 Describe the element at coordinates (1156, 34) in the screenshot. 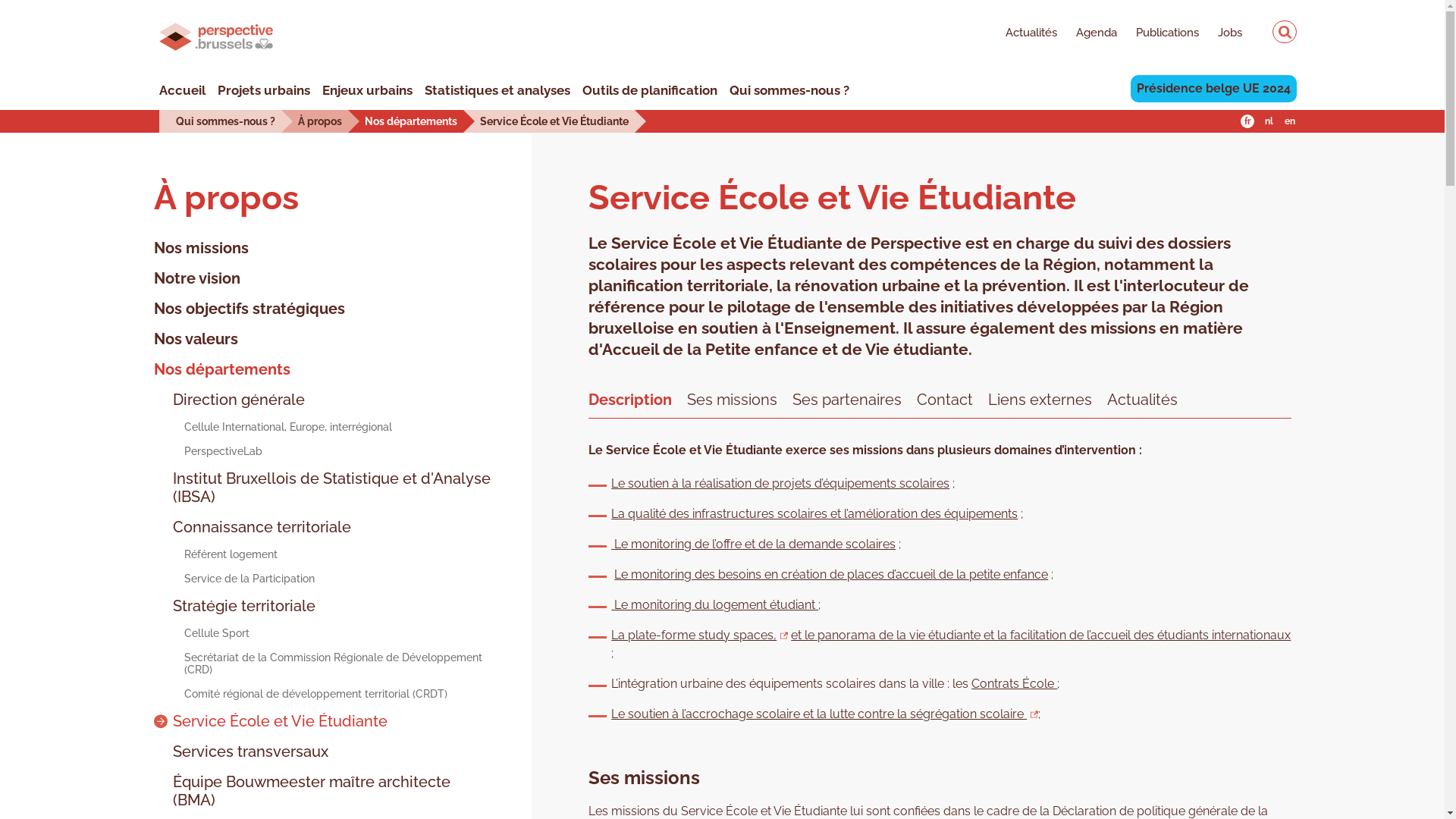

I see `'Publications'` at that location.